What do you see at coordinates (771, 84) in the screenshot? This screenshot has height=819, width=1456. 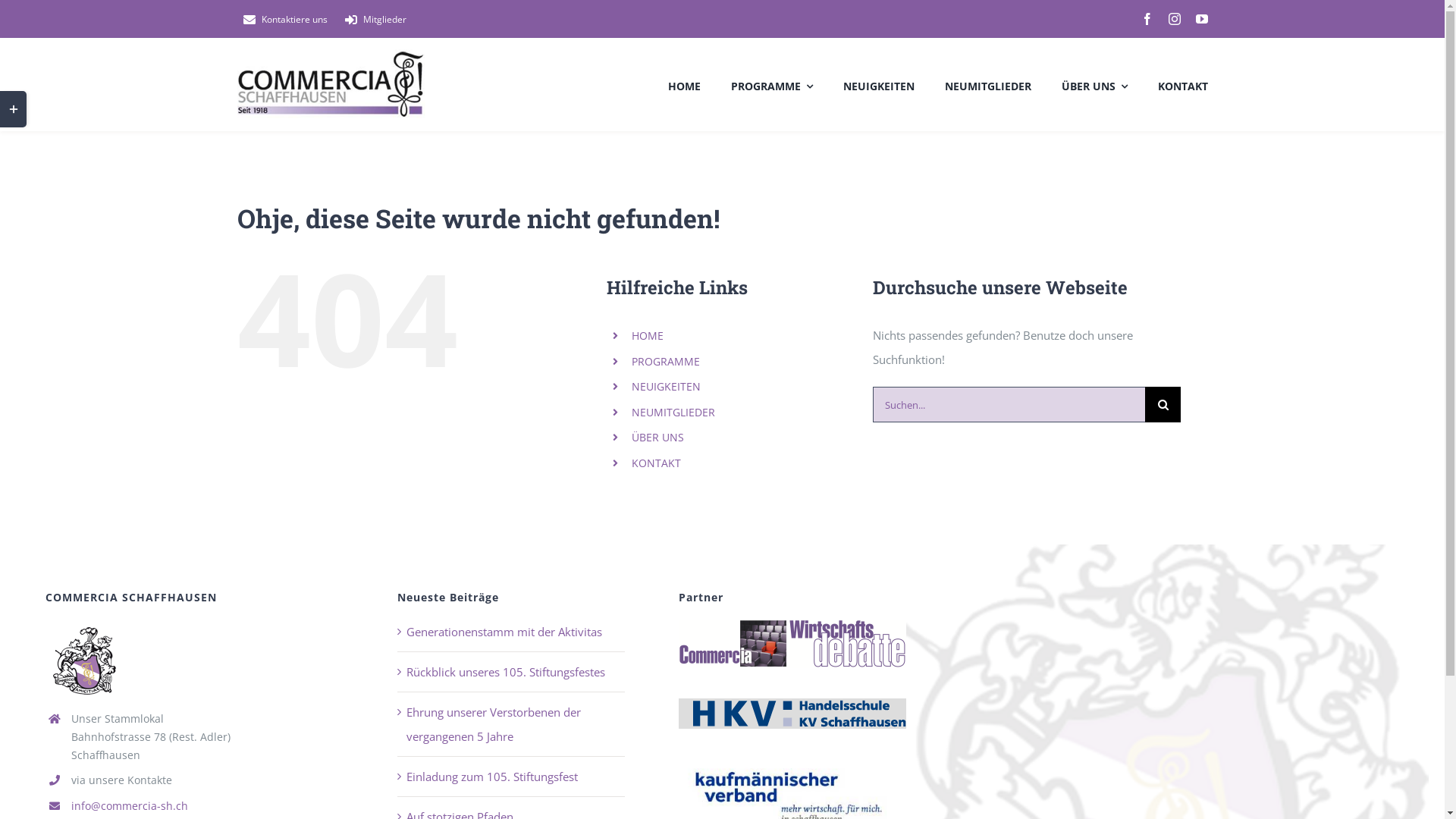 I see `'PROGRAMME'` at bounding box center [771, 84].